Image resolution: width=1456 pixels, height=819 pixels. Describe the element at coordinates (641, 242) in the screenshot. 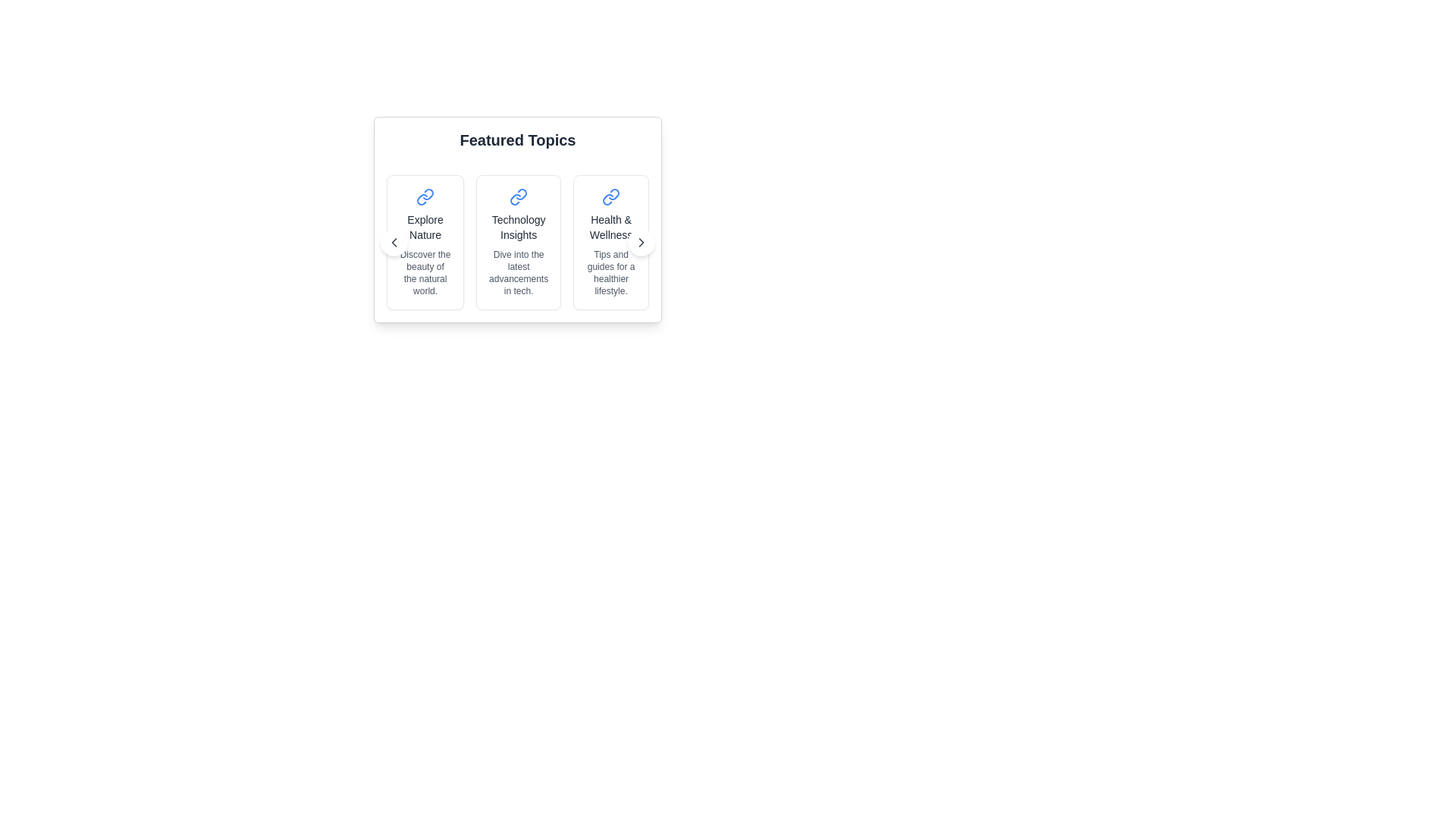

I see `the rightward-pointing chevron icon located at the far right of the 'Health & Wellness' card under 'Featured Topics'` at that location.